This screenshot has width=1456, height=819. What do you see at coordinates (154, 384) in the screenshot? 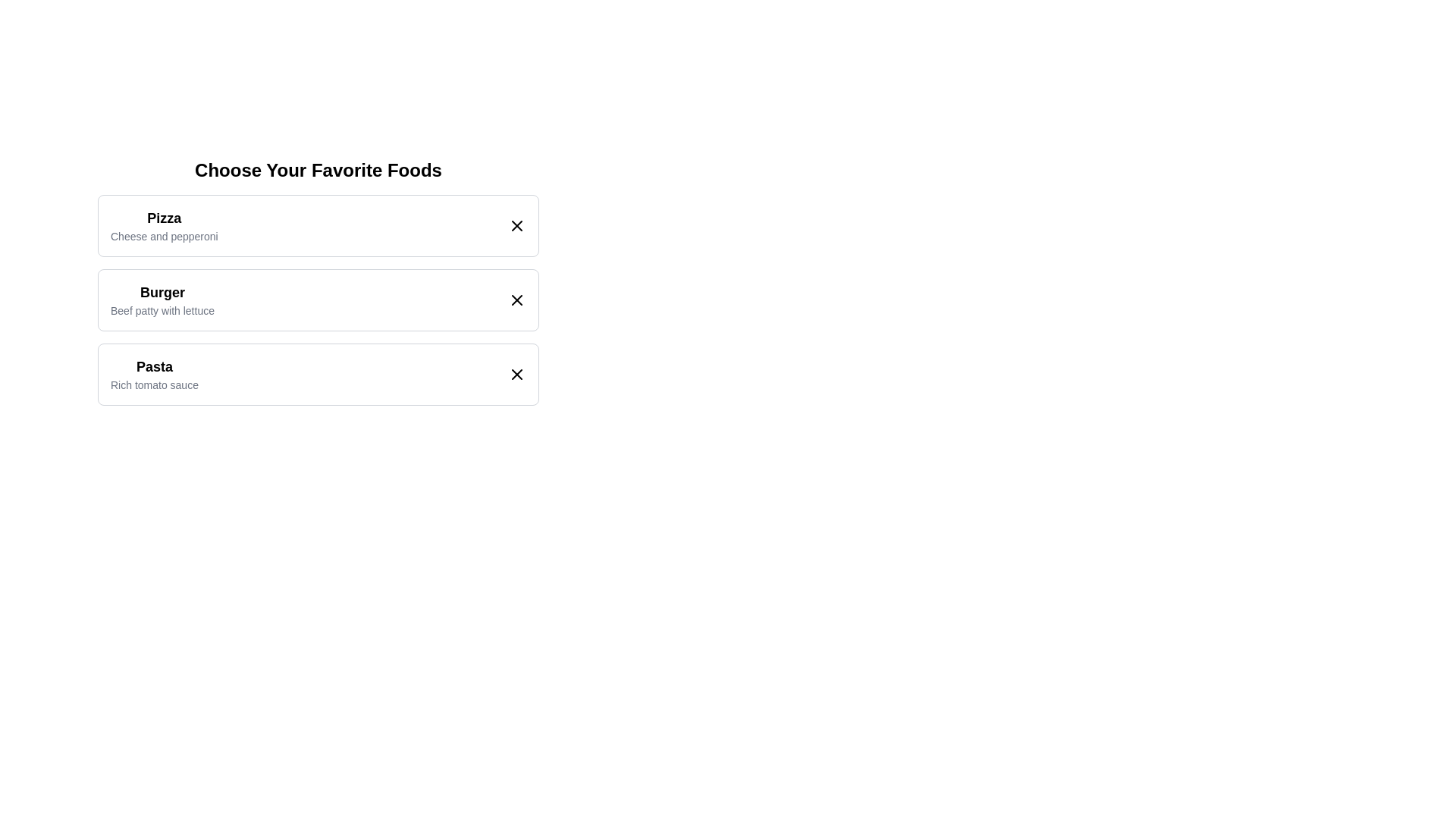
I see `the text label displaying 'Rich tomato sauce', which is positioned below the 'Pasta' title in the last section of the list` at bounding box center [154, 384].